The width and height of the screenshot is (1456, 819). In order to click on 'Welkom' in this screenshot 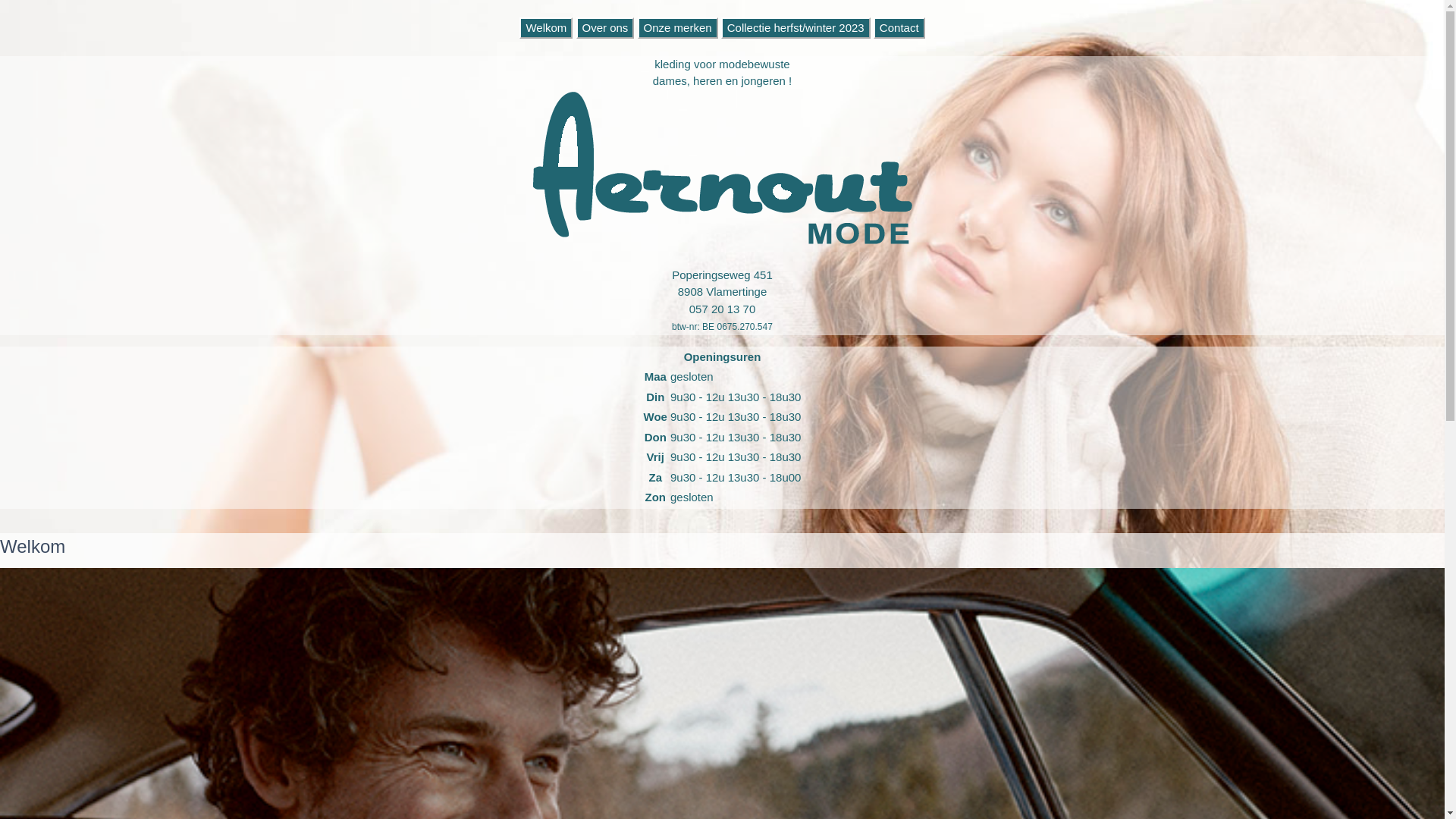, I will do `click(546, 27)`.